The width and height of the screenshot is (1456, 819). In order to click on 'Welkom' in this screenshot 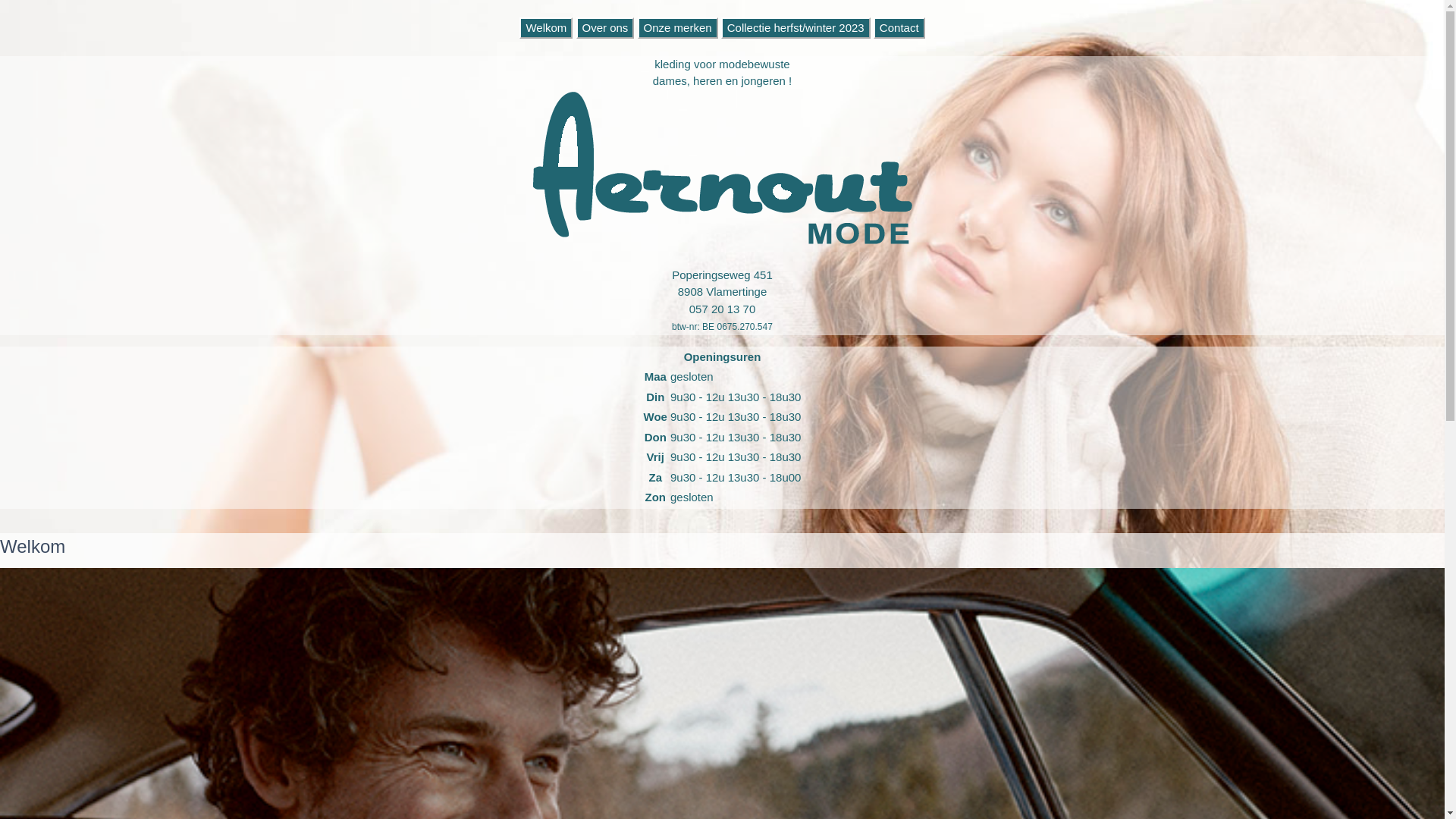, I will do `click(546, 27)`.